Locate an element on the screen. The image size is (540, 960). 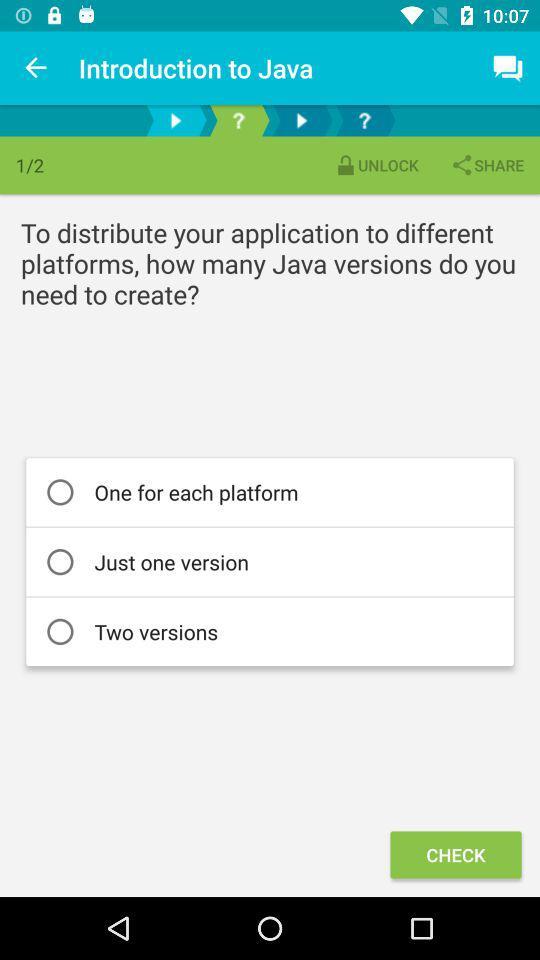
the help icon is located at coordinates (238, 120).